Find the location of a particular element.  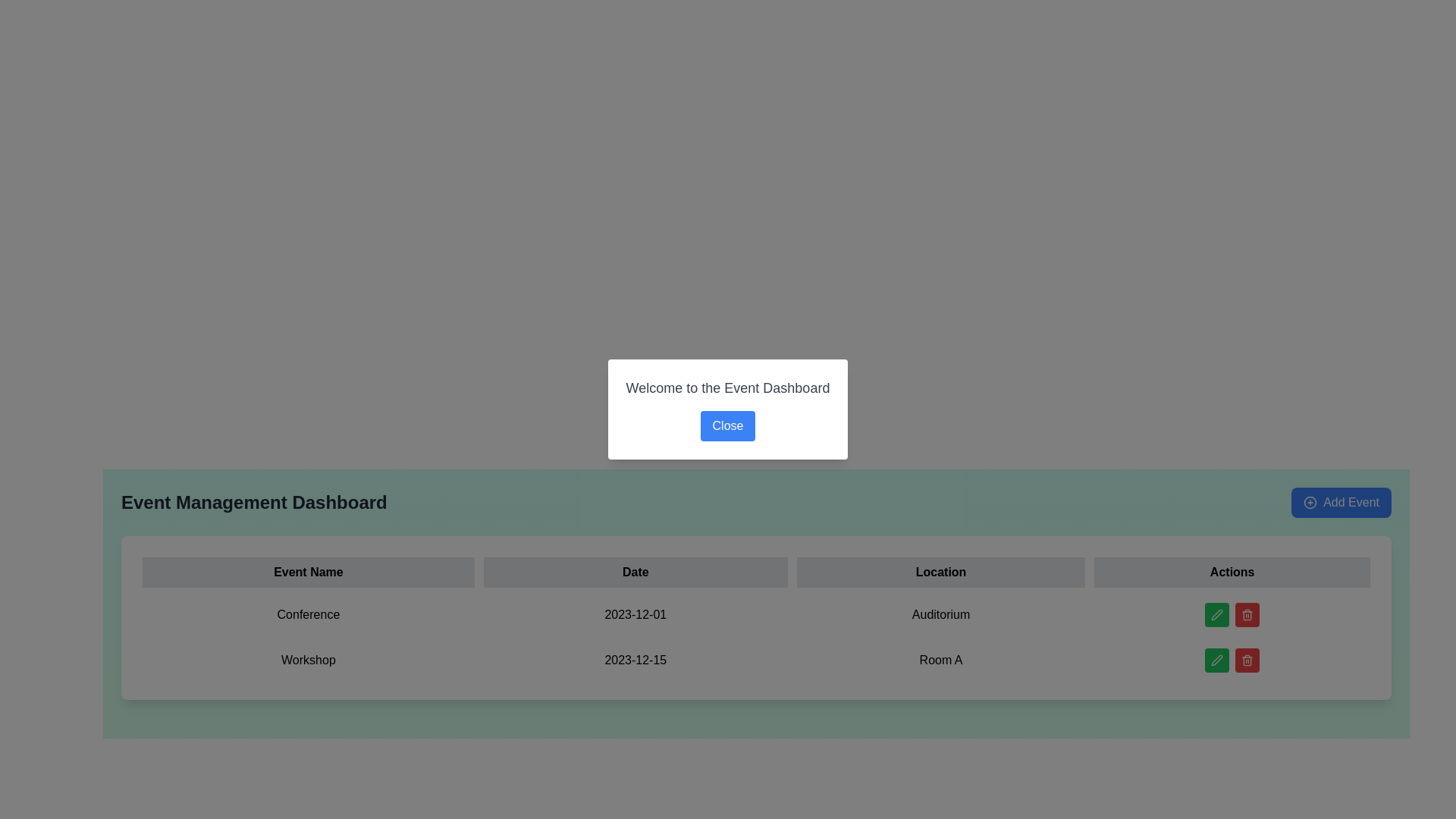

the text label displaying 'Auditorium' located in the third column of the first row under the 'Location' header in the table is located at coordinates (940, 614).